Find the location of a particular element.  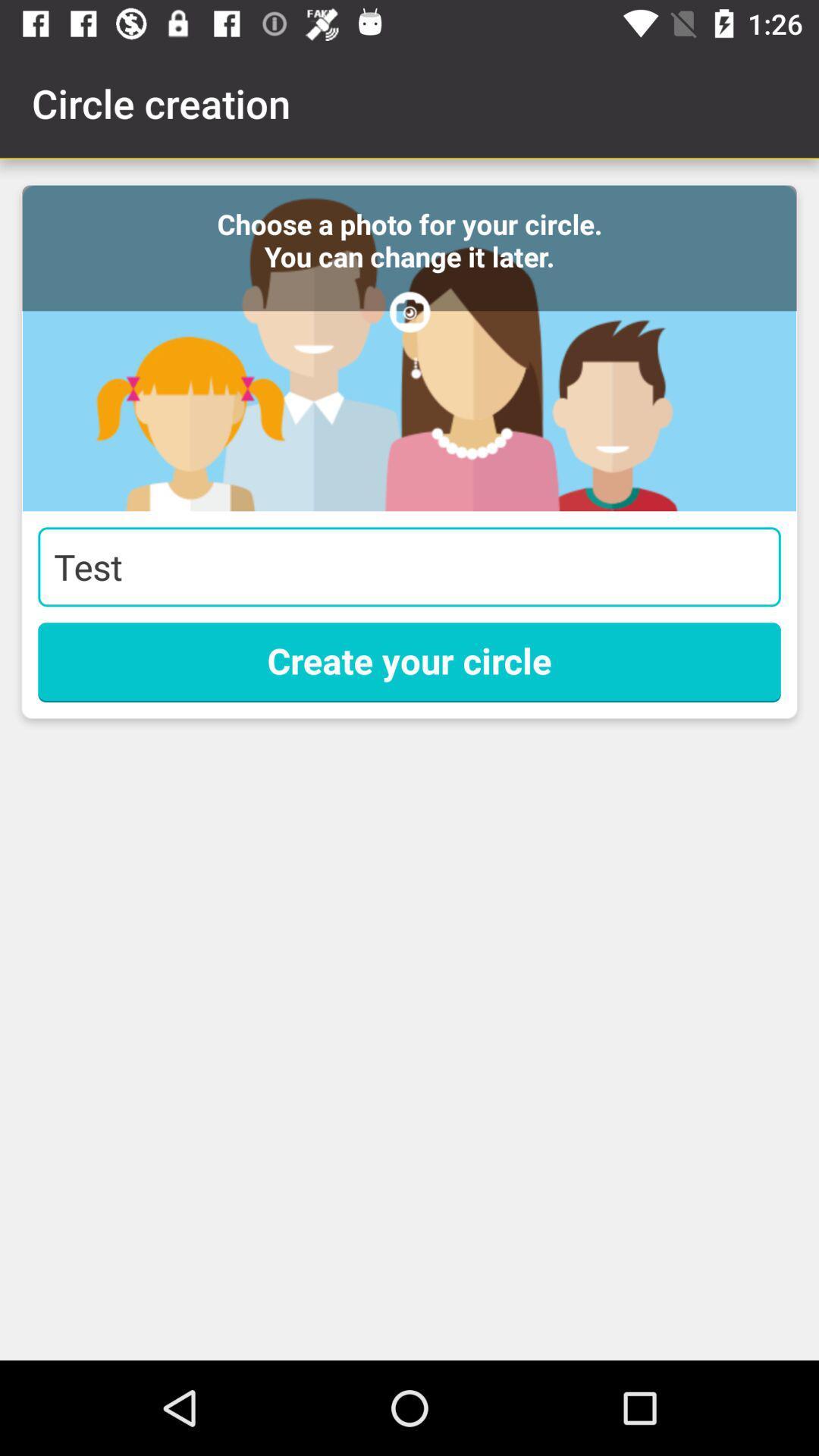

test is located at coordinates (409, 566).